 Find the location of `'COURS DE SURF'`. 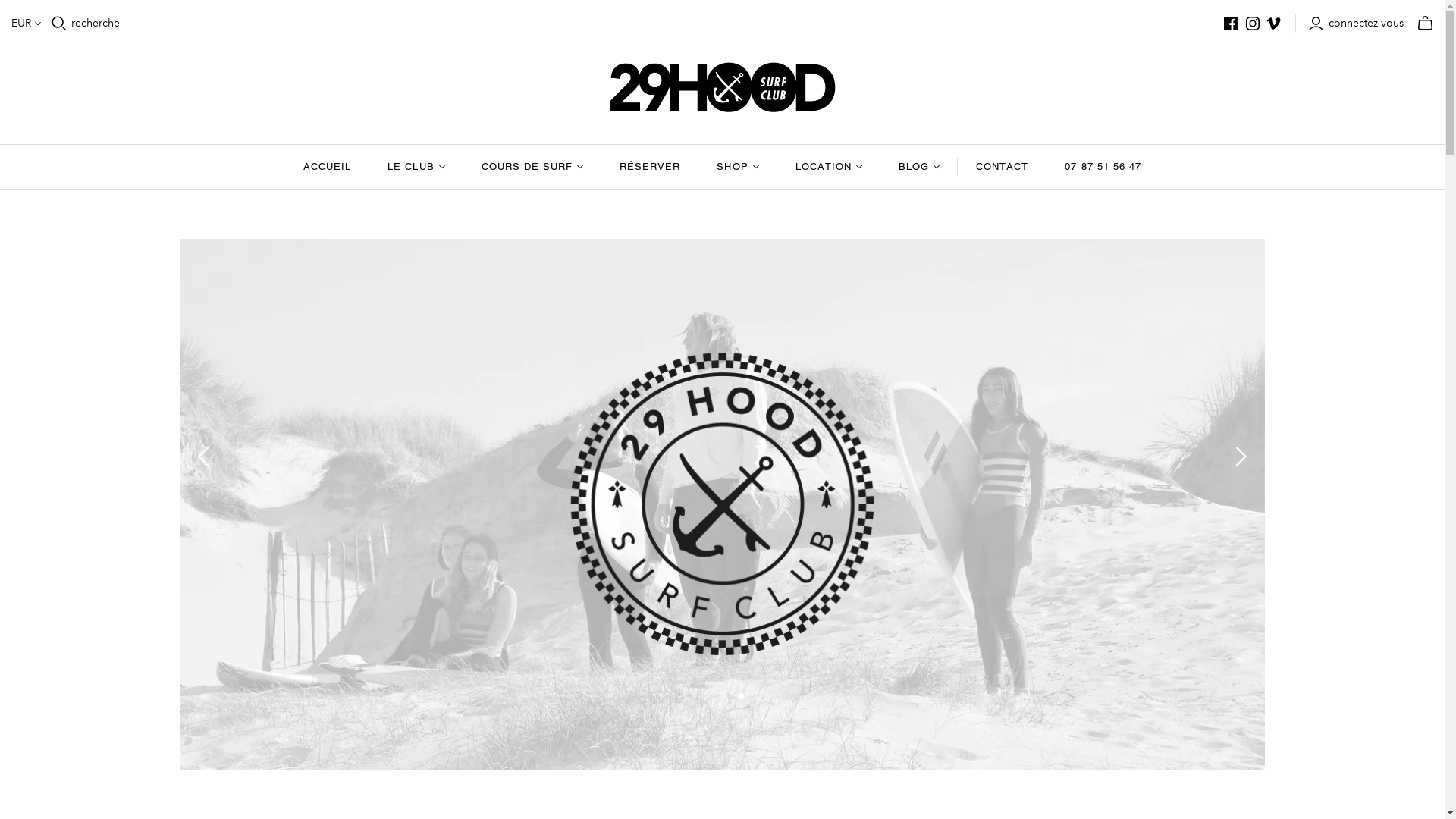

'COURS DE SURF' is located at coordinates (532, 166).